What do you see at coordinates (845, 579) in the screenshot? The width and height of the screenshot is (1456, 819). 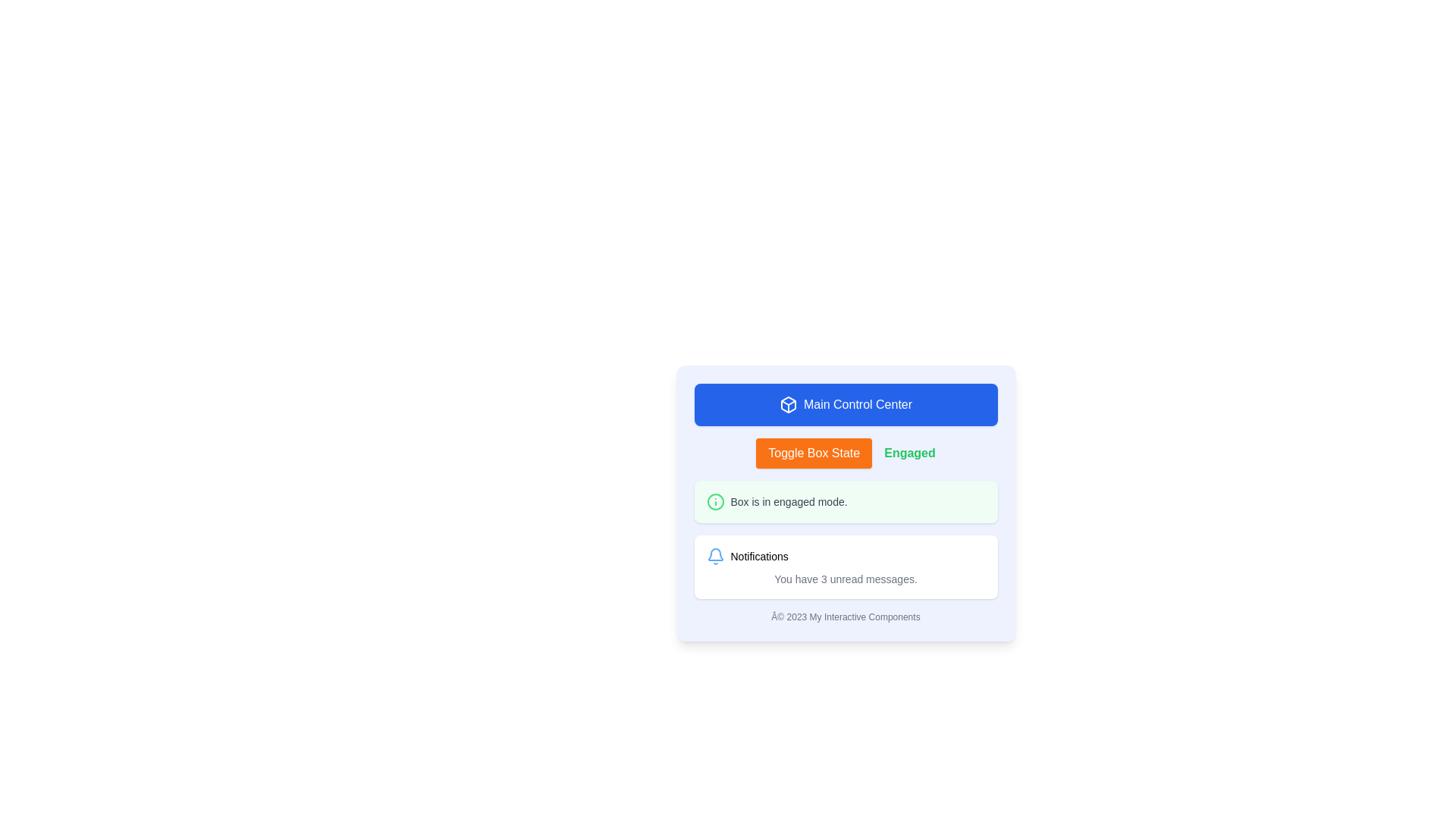 I see `the text label displaying 'You have 3 unread messages.' located below the 'Notifications' title in the notification card` at bounding box center [845, 579].